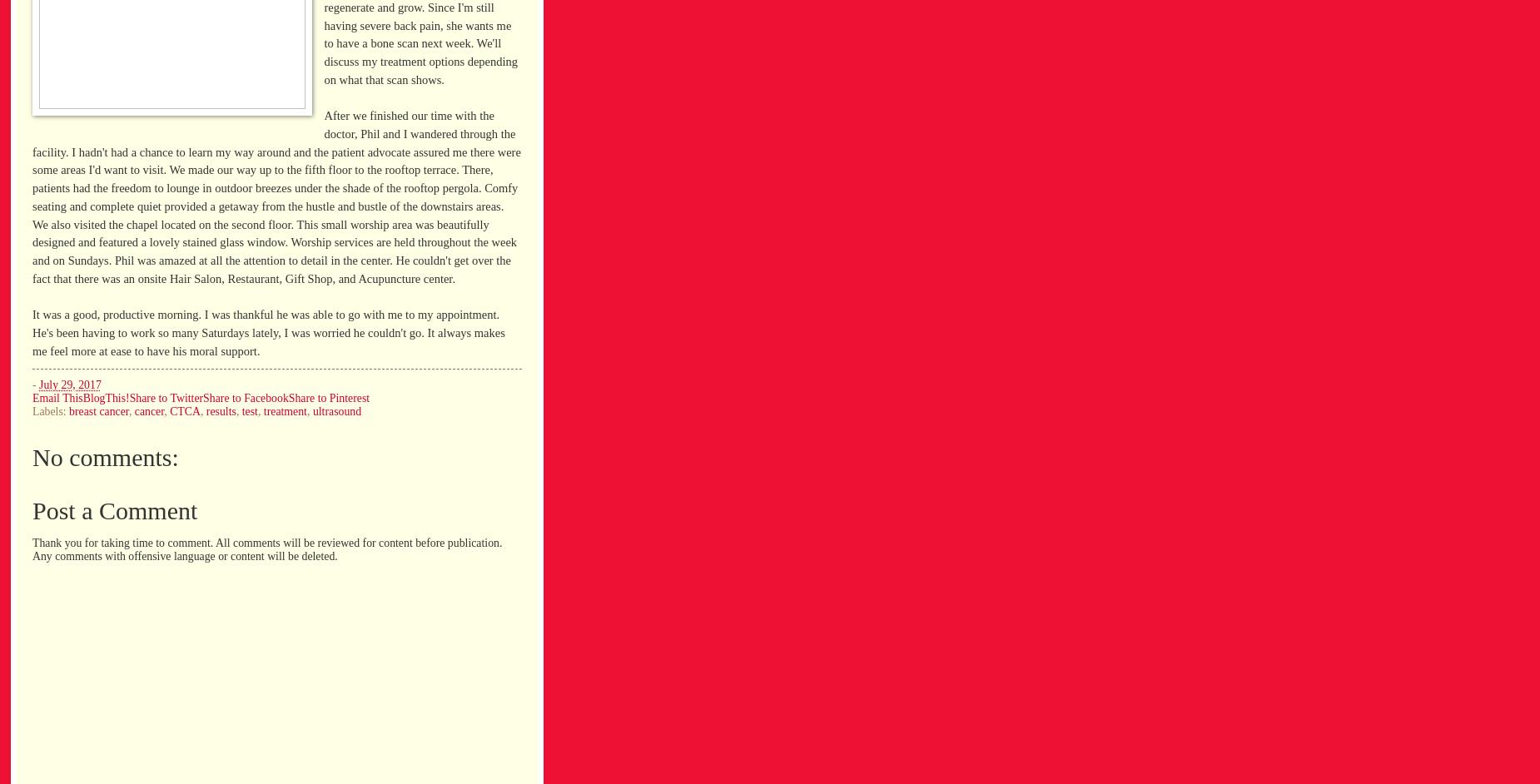 The height and width of the screenshot is (784, 1540). What do you see at coordinates (261, 411) in the screenshot?
I see `'treatment'` at bounding box center [261, 411].